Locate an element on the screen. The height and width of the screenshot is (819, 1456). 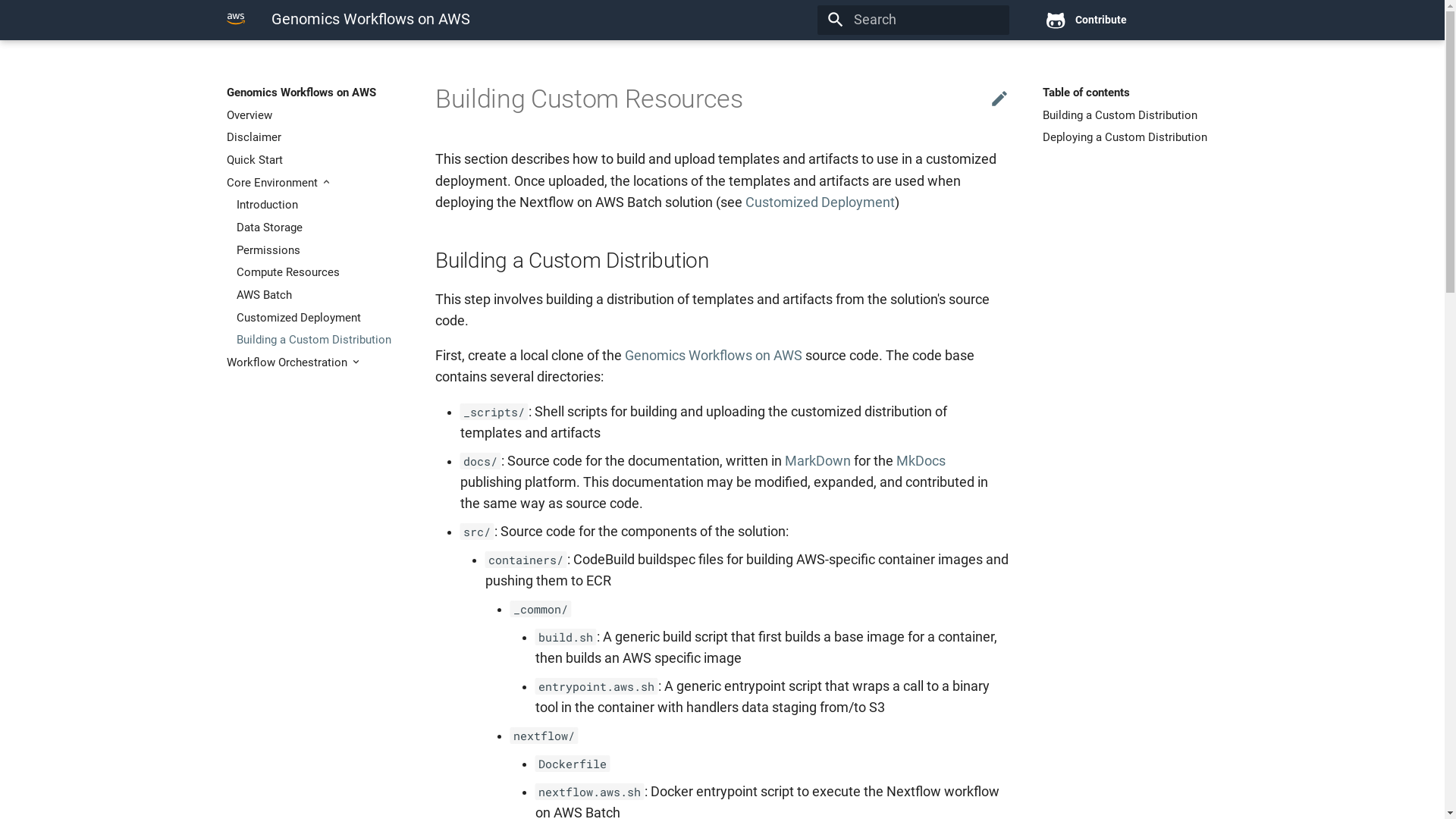
'Quick Start' is located at coordinates (313, 160).